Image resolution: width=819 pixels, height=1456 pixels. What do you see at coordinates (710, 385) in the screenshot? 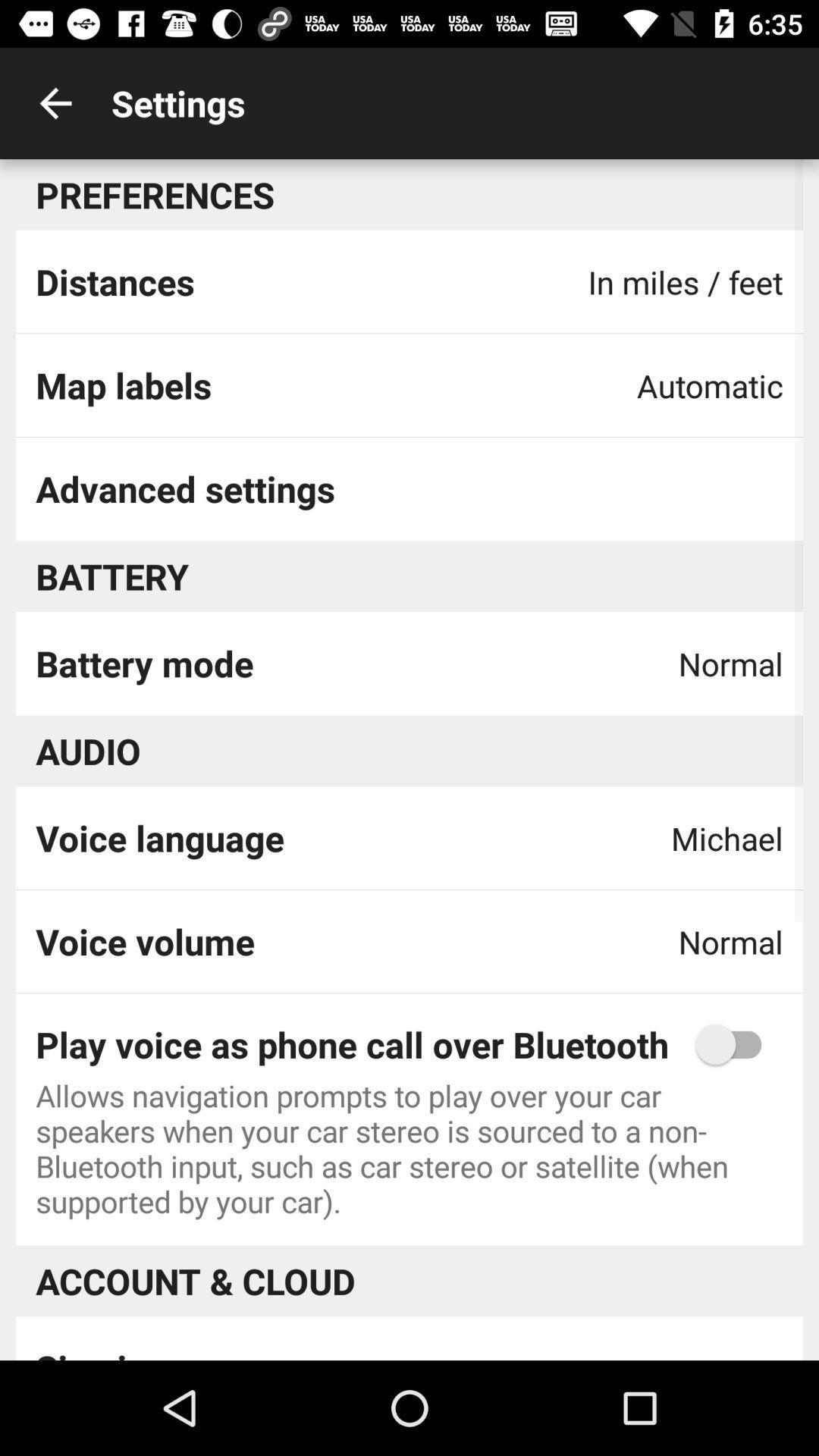
I see `the automatic item` at bounding box center [710, 385].